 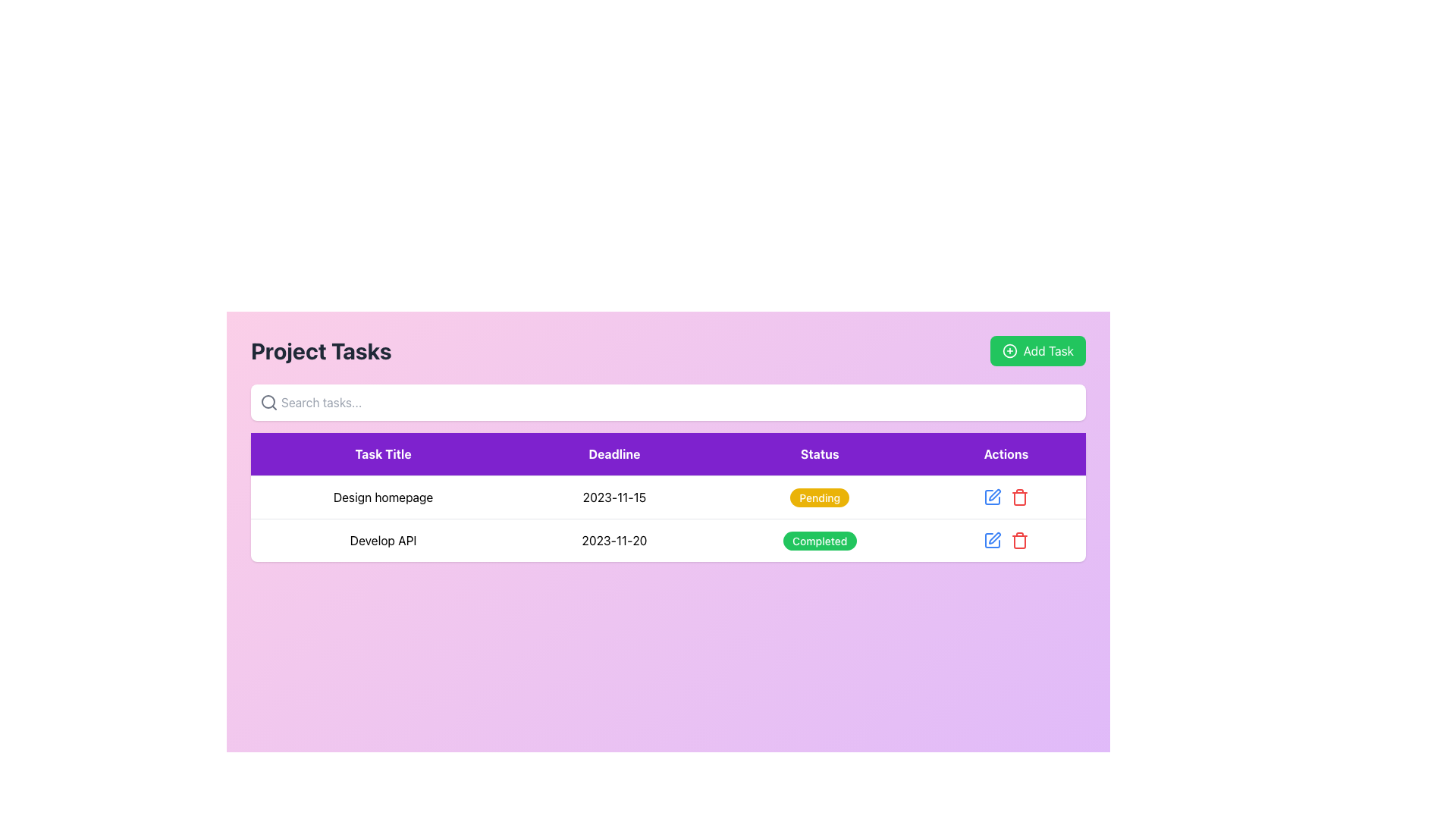 I want to click on the green 'Completed' badge in the 'Status' column of the task labeled 'Develop API', so click(x=819, y=539).